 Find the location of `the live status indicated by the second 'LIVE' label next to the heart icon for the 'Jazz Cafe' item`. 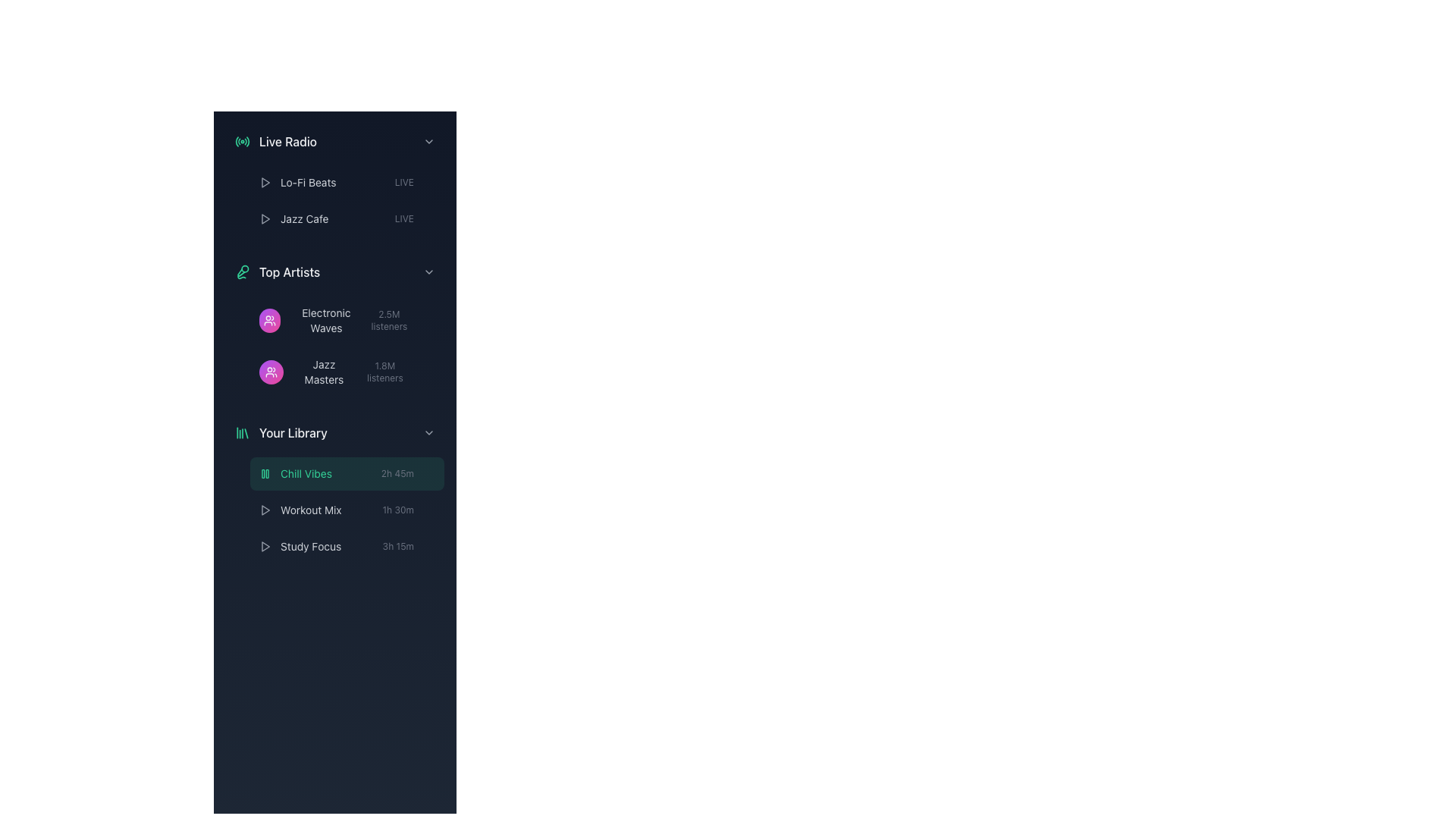

the live status indicated by the second 'LIVE' label next to the heart icon for the 'Jazz Cafe' item is located at coordinates (415, 219).